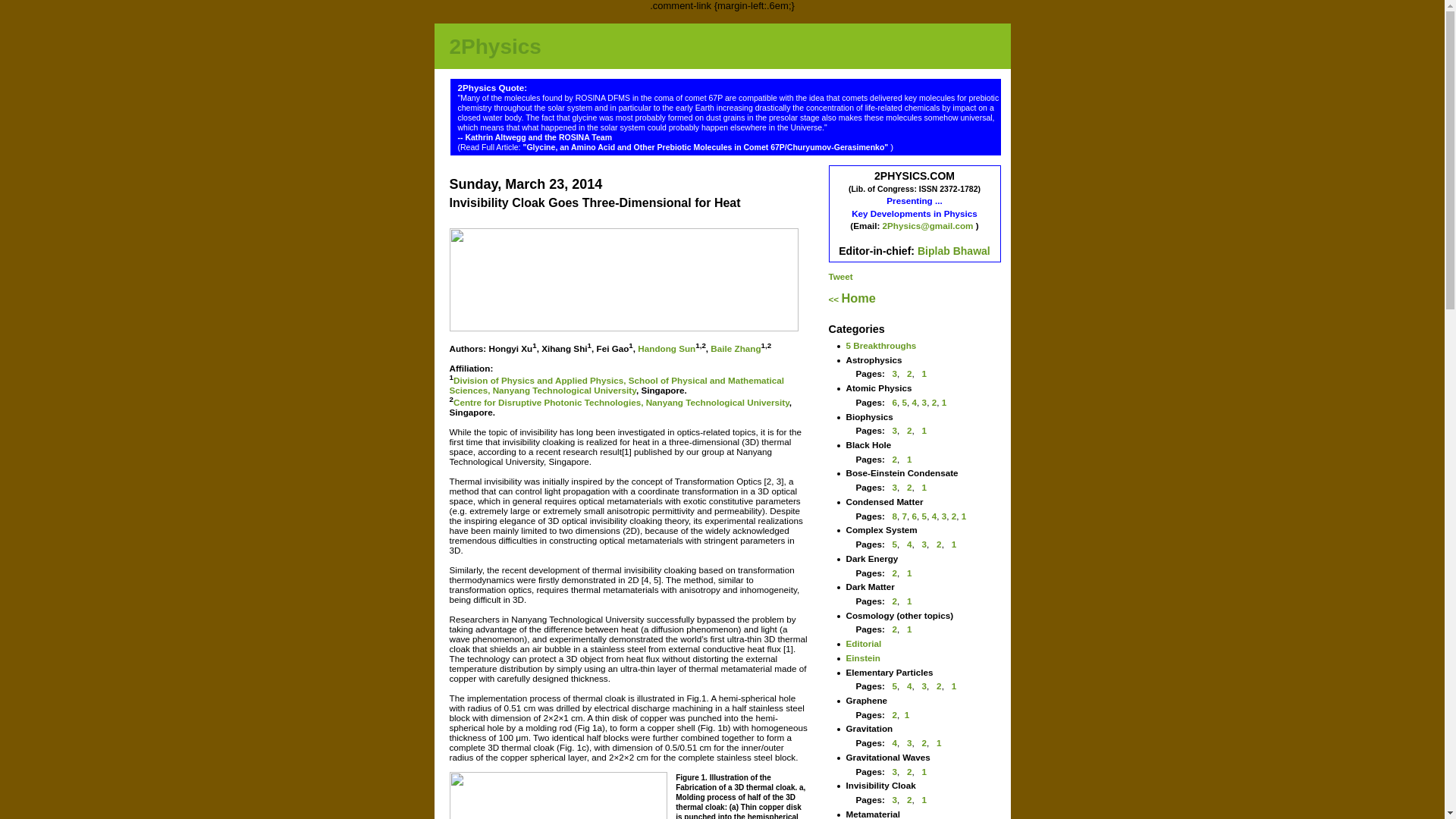 The height and width of the screenshot is (819, 1456). I want to click on '1', so click(907, 714).